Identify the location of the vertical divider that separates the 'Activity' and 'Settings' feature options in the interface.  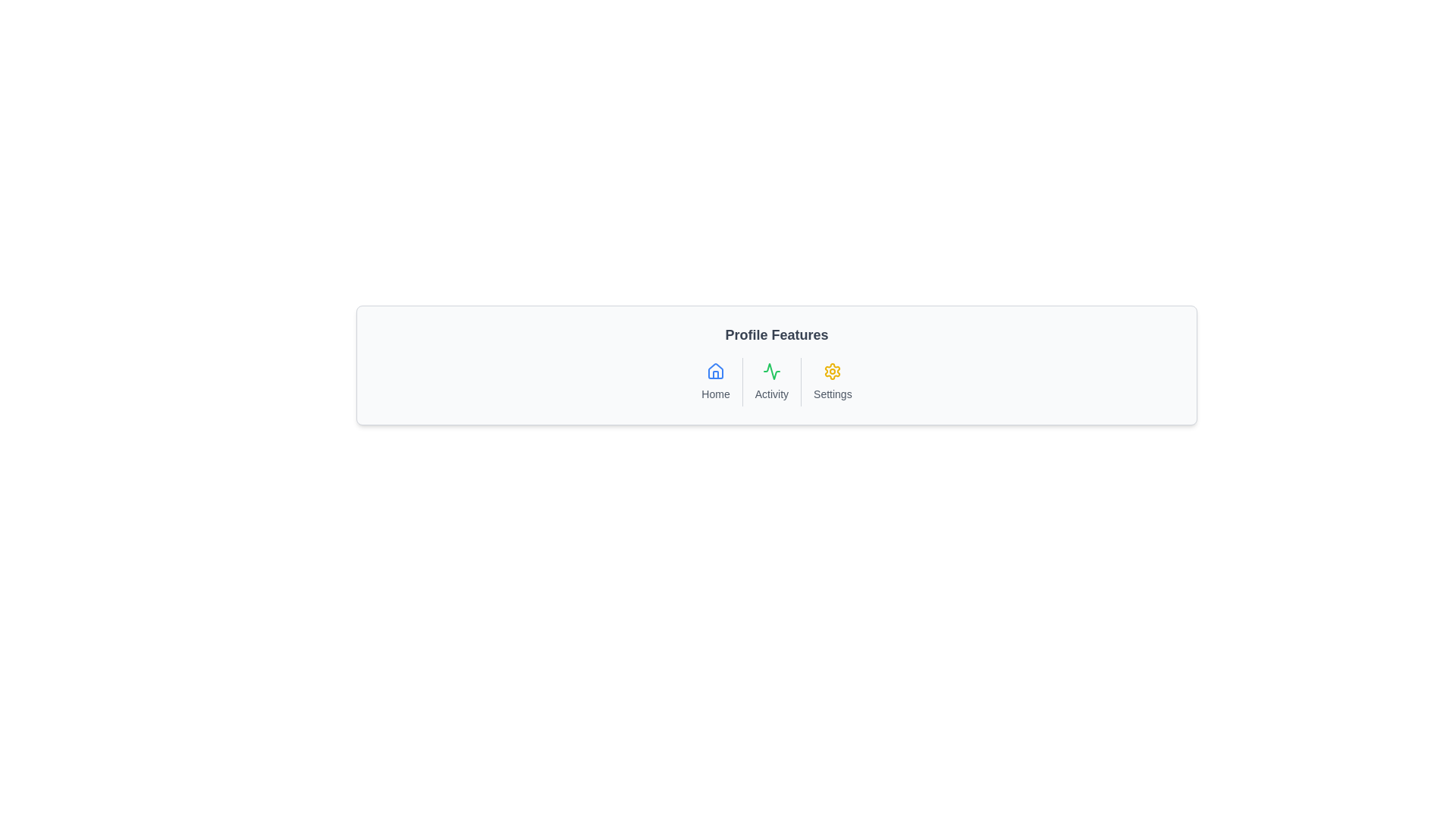
(800, 381).